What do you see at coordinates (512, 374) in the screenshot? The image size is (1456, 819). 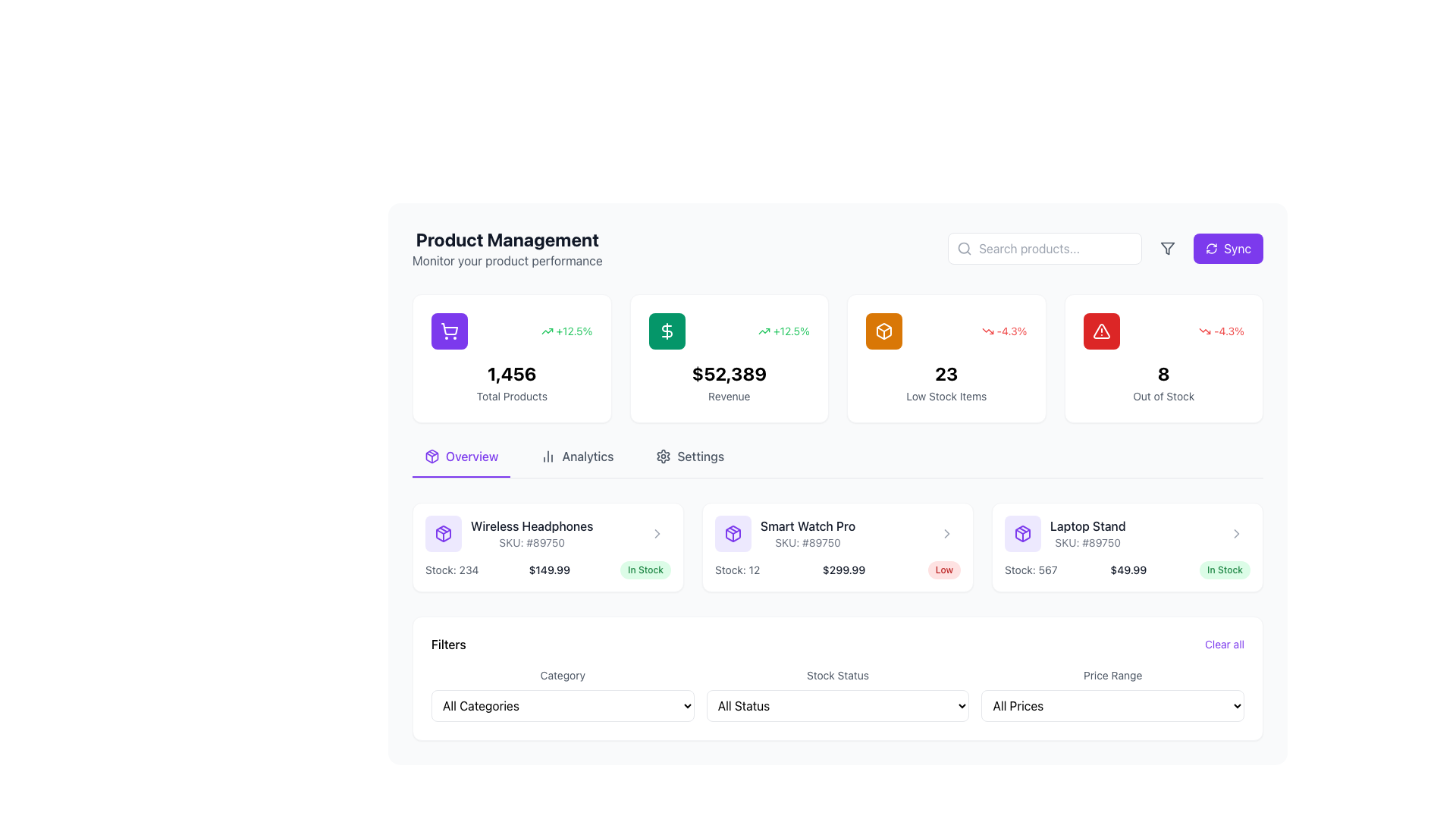 I see `the Text label displaying the total count of products, which is centrally located above the 'Total Products' label and below the plus percentage indicator` at bounding box center [512, 374].